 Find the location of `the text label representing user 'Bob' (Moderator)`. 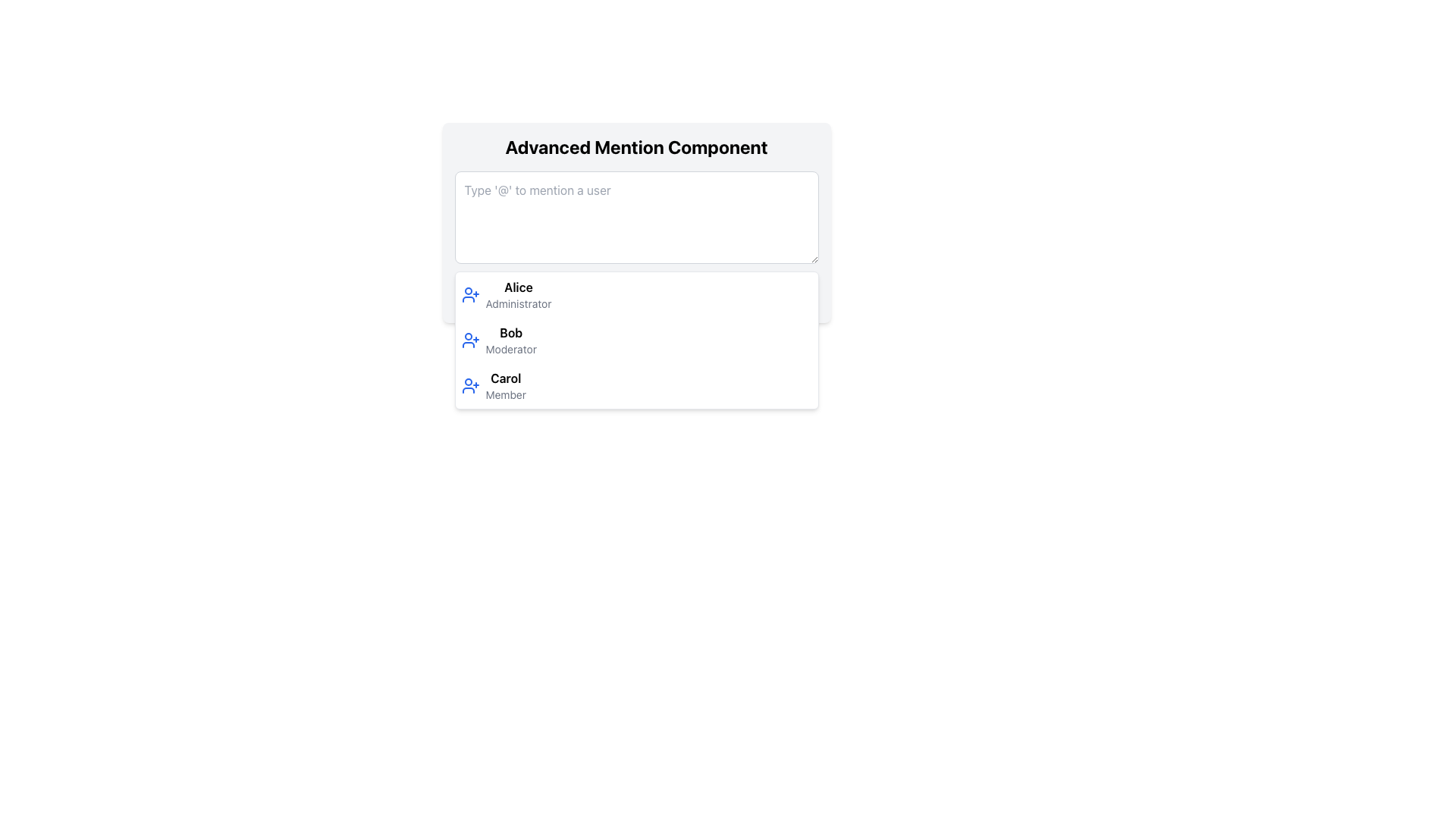

the text label representing user 'Bob' (Moderator) is located at coordinates (511, 339).